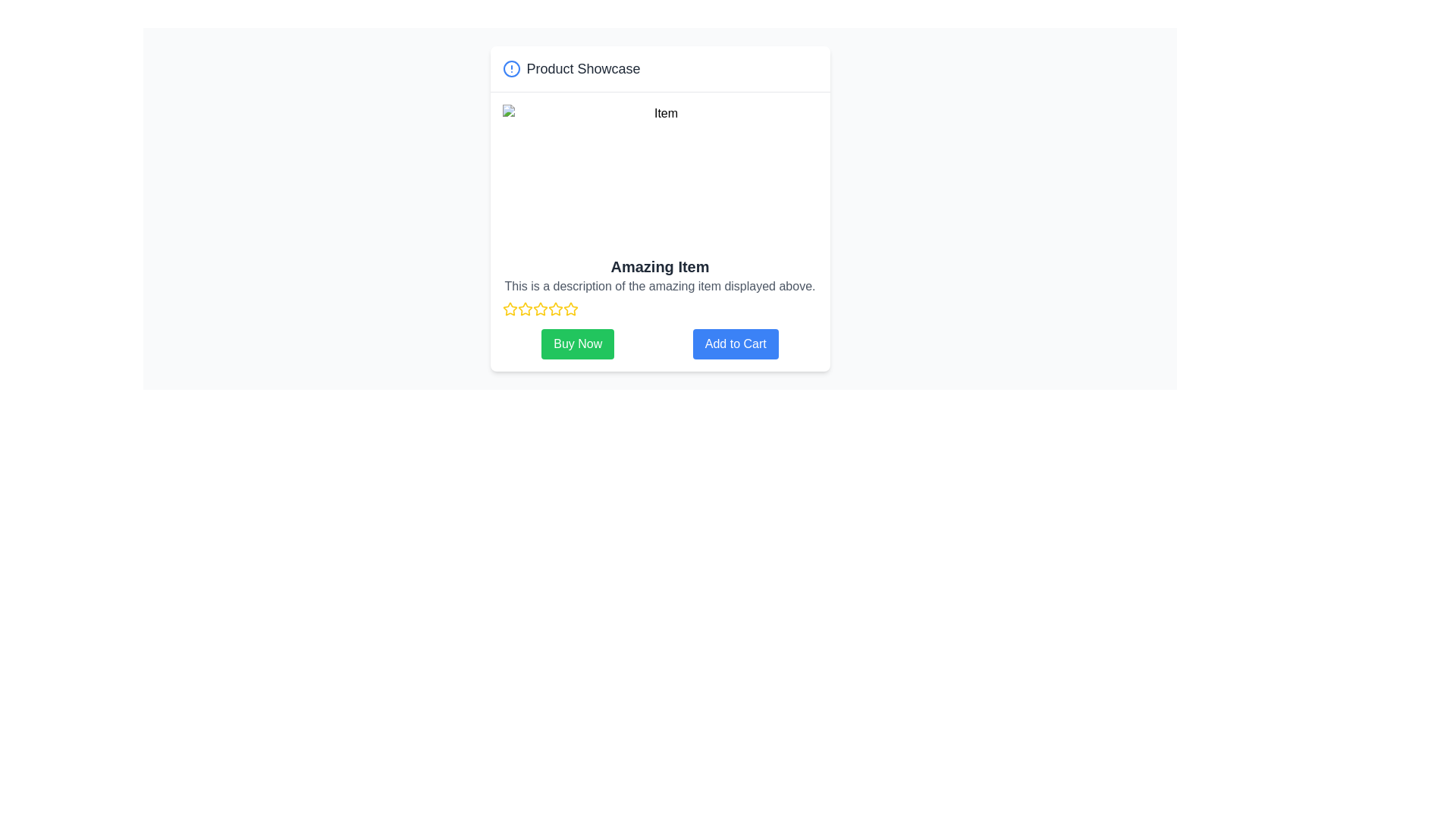 The height and width of the screenshot is (819, 1456). I want to click on the Text label which serves as the title or headline for an item, centrally aligned below an image placeholder, so click(660, 265).